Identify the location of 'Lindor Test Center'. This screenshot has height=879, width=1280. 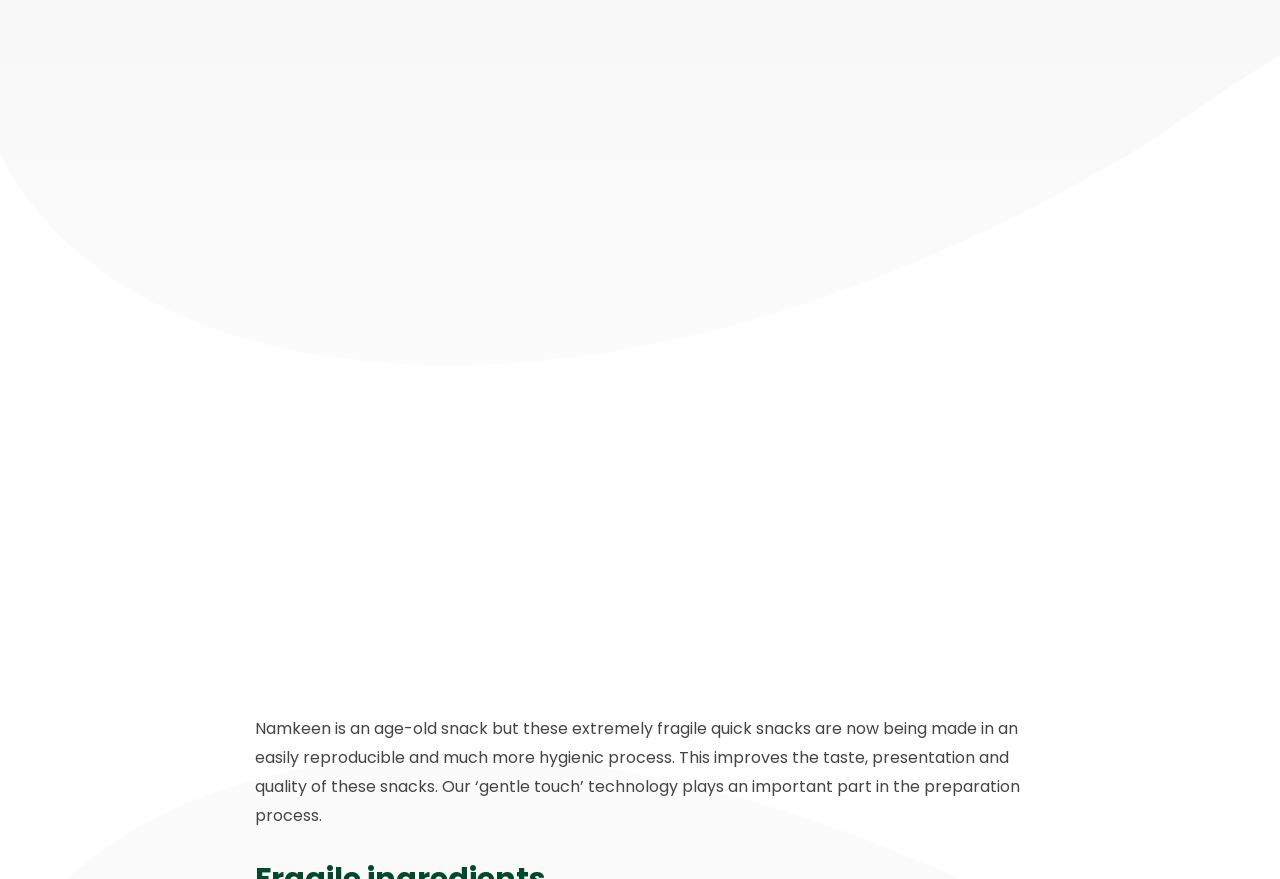
(892, 751).